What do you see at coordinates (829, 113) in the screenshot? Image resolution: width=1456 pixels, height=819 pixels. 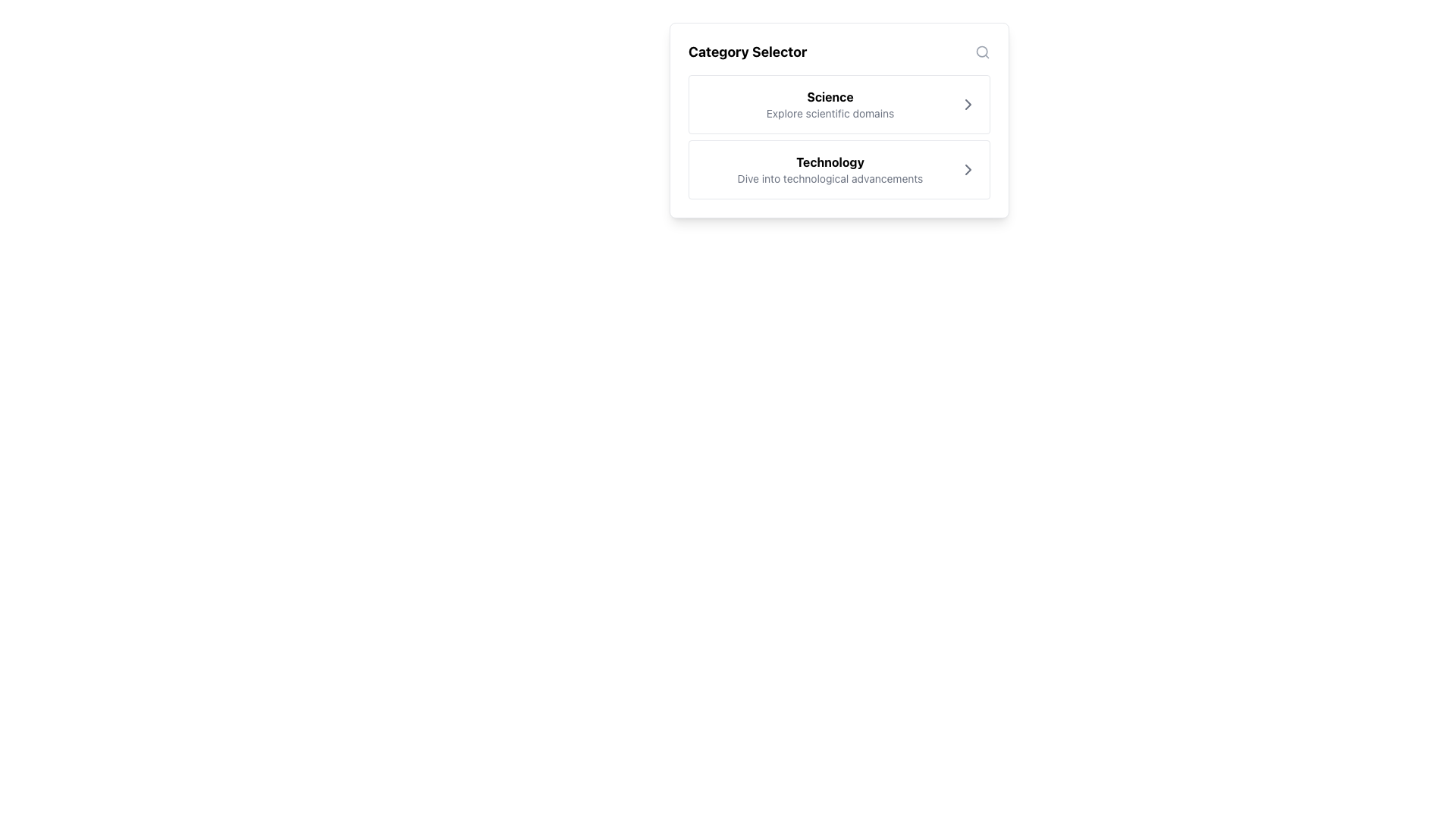 I see `the static text element that serves as a descriptive label for the 'Science' category, located directly below the bold 'Science' text within the 'Category Selector' card` at bounding box center [829, 113].